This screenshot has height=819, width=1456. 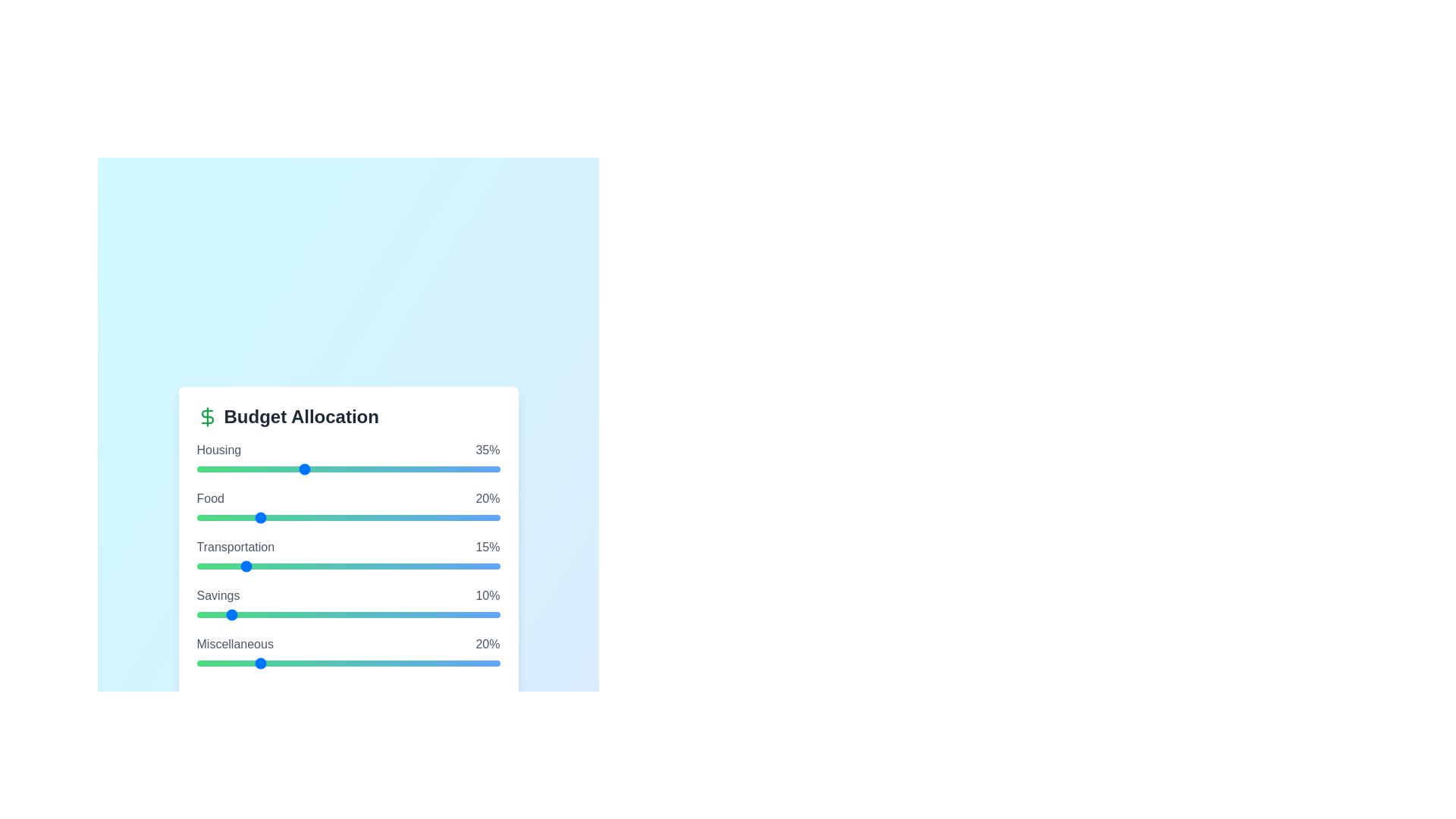 I want to click on the slider for a specific budget category to 5%, so click(x=211, y=468).